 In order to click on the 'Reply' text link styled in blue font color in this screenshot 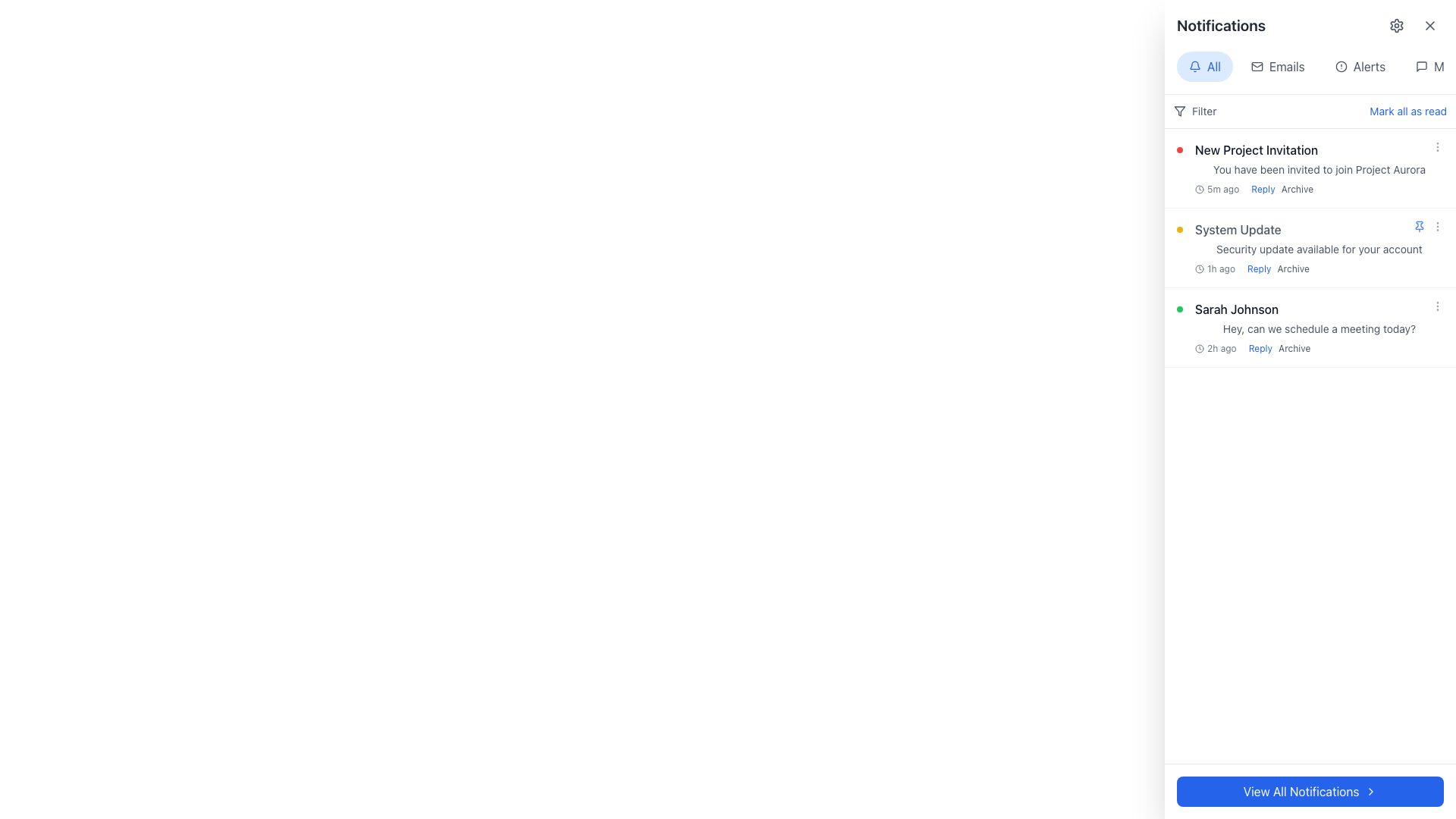, I will do `click(1260, 348)`.